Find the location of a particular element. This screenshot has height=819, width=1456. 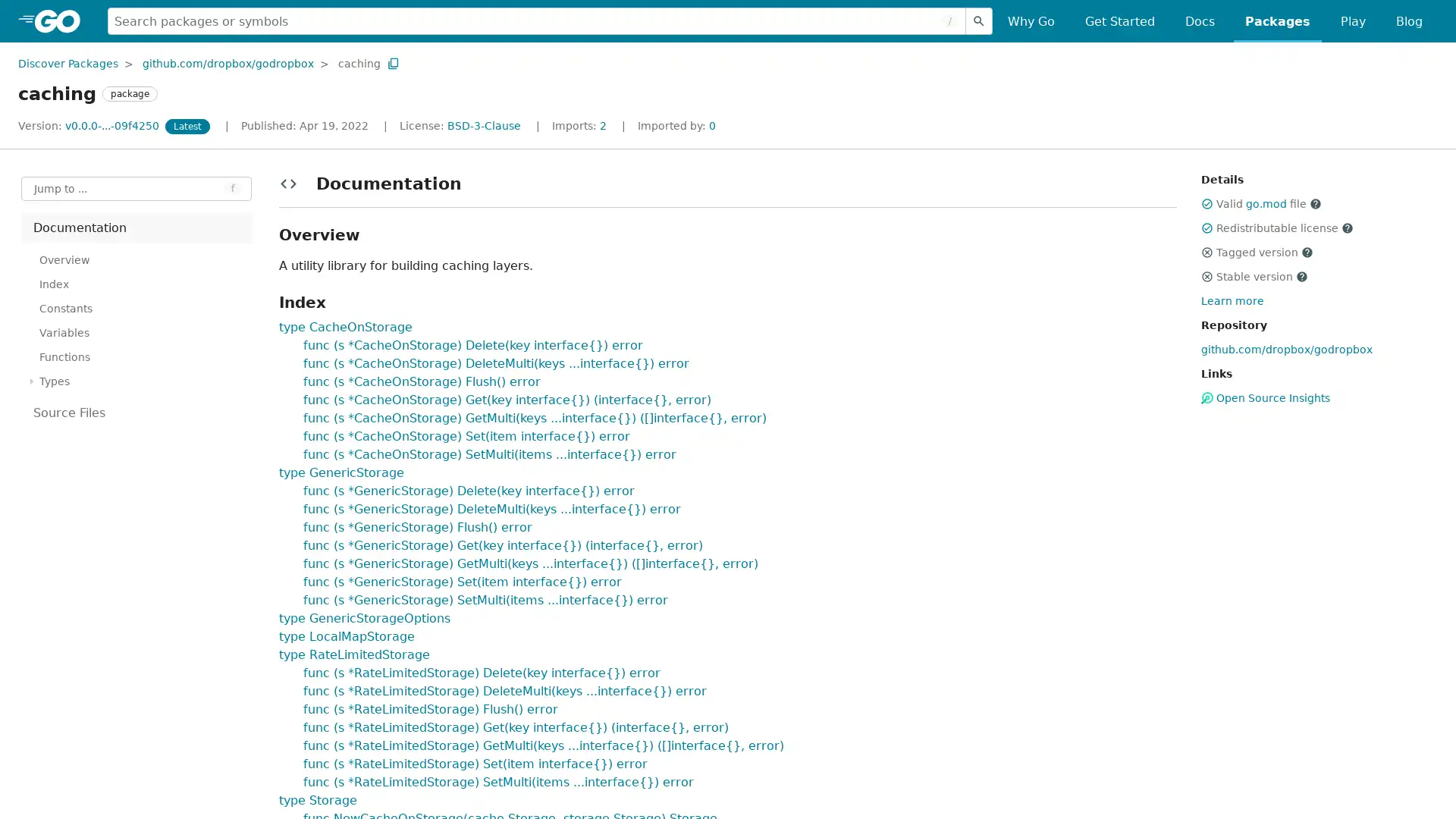

Submit search is located at coordinates (979, 20).